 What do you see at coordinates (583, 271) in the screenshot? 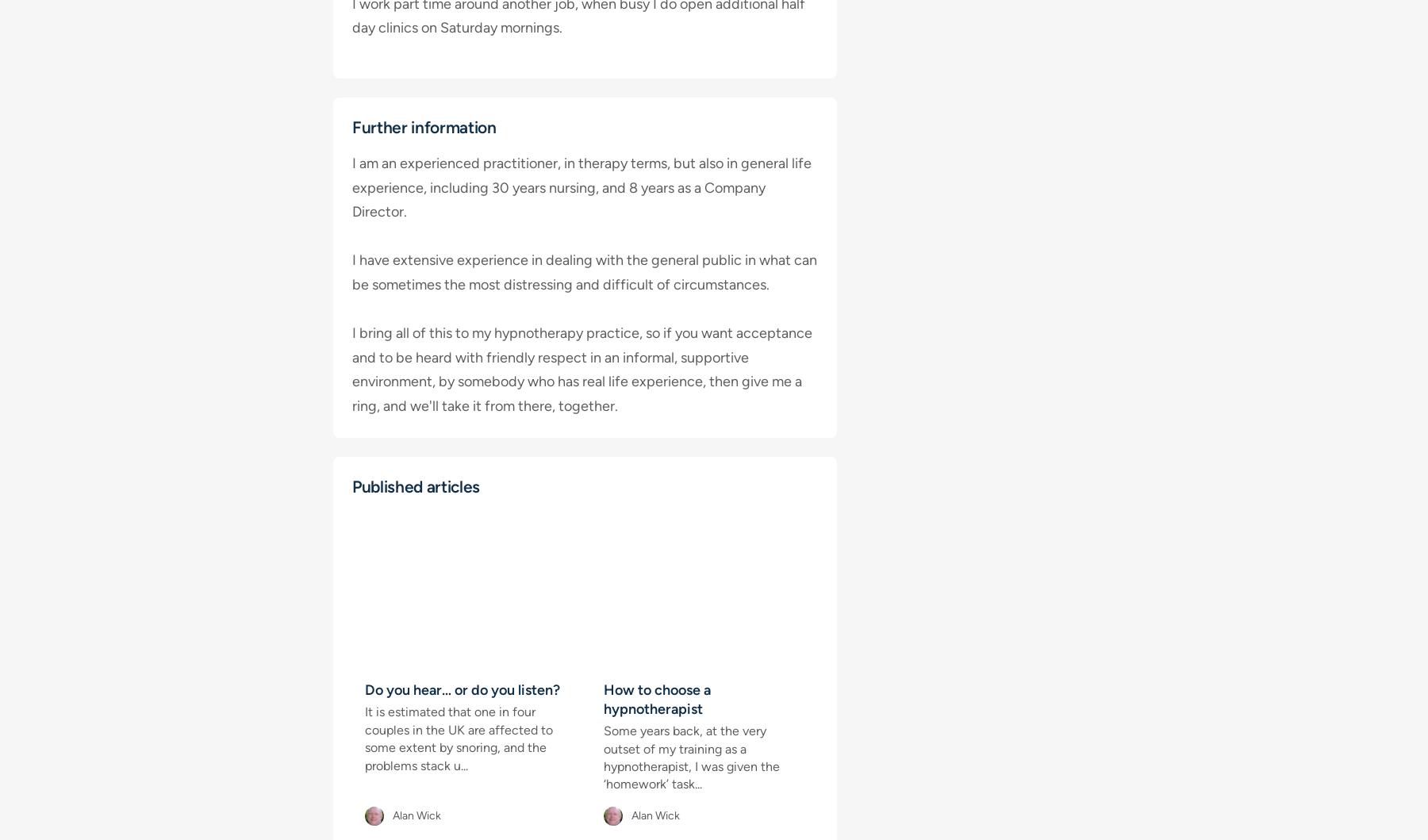
I see `'I have extensive experience in dealing with the general public in what can be sometimes the most distressing and difficult of circumstances.'` at bounding box center [583, 271].